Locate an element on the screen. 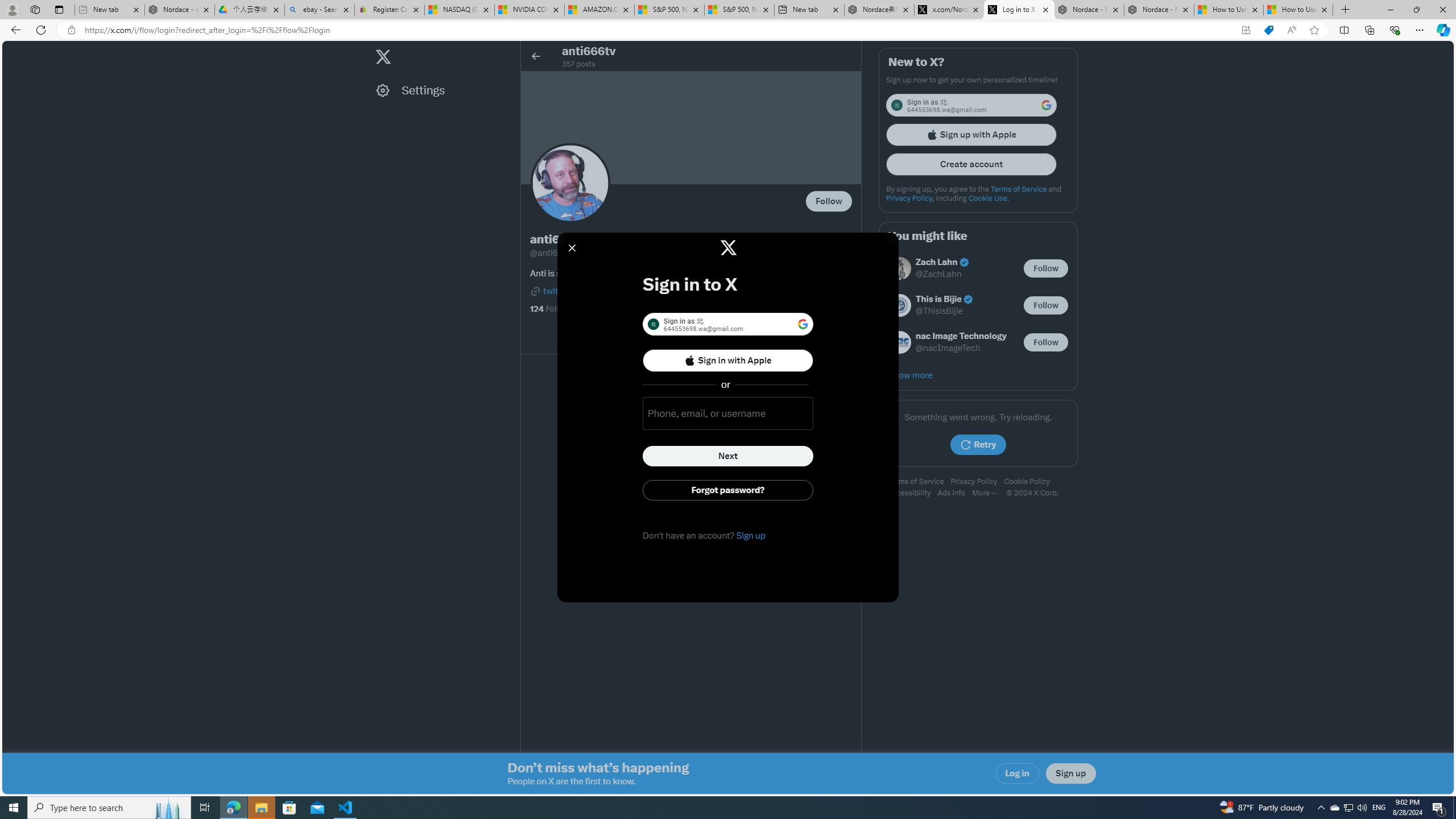 The image size is (1456, 819). 'Add this page to favorites (Ctrl+D)' is located at coordinates (1314, 30).